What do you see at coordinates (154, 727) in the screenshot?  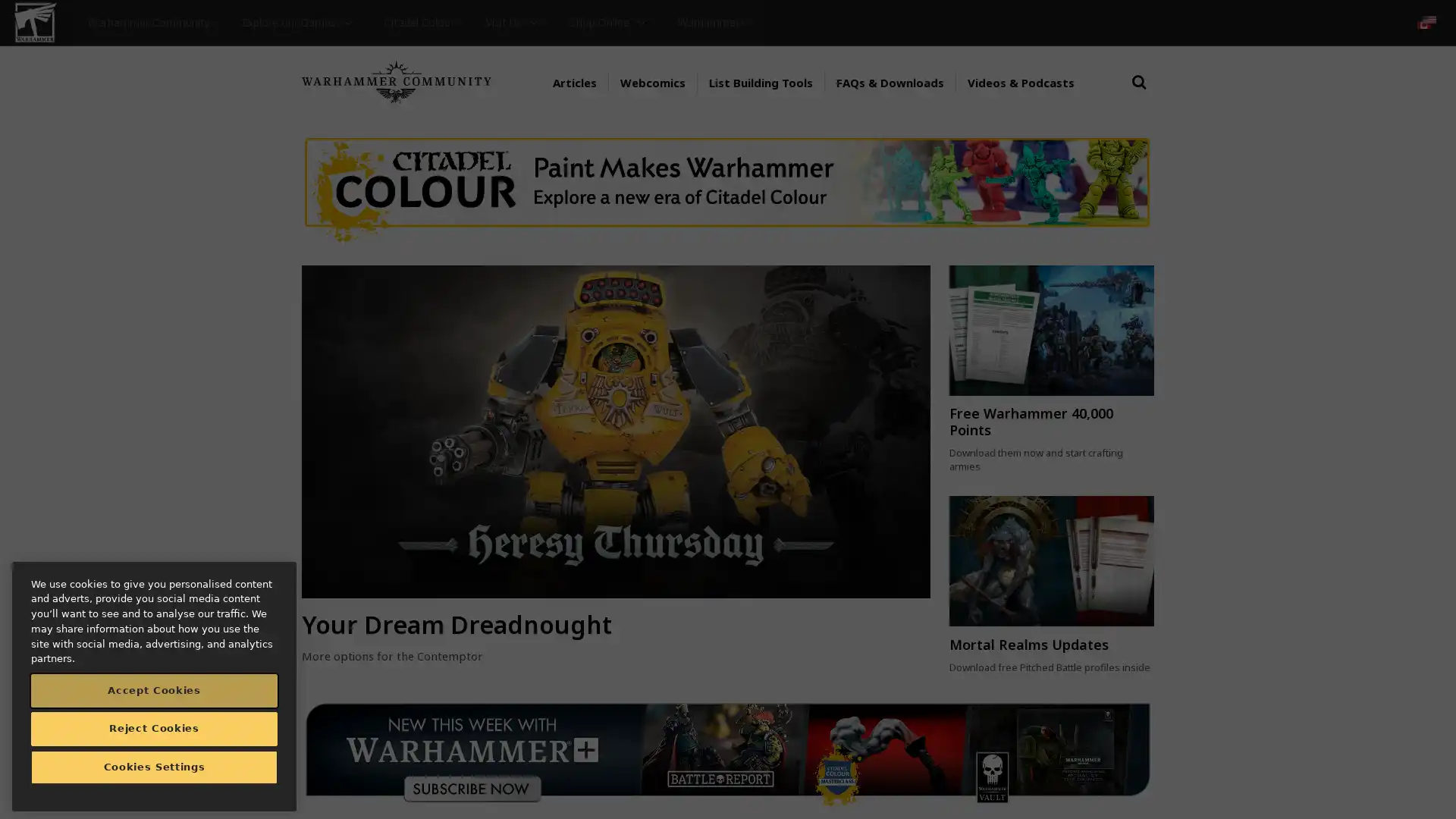 I see `Reject Cookies` at bounding box center [154, 727].